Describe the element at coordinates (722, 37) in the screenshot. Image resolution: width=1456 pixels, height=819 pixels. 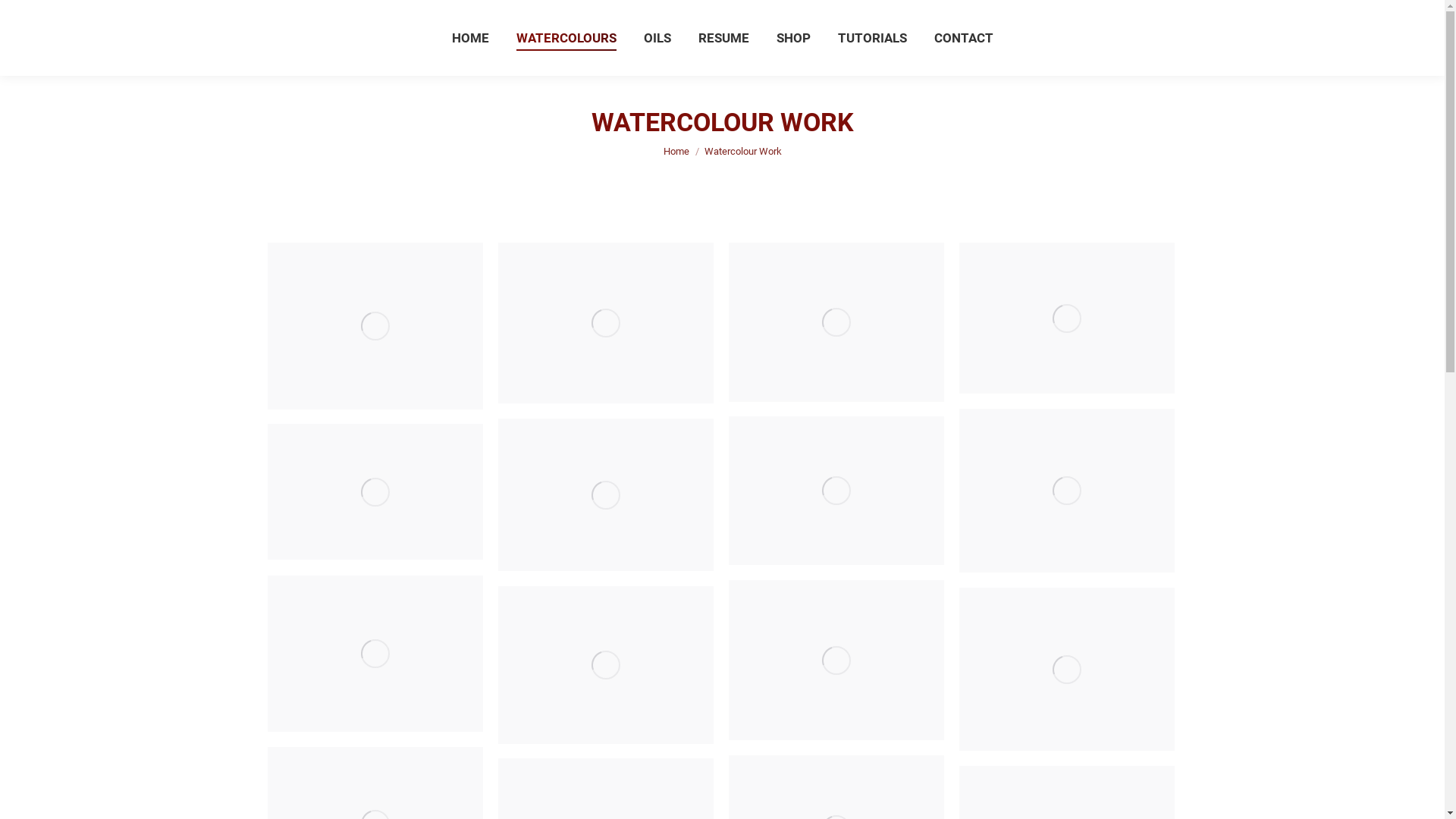
I see `'RESUME'` at that location.